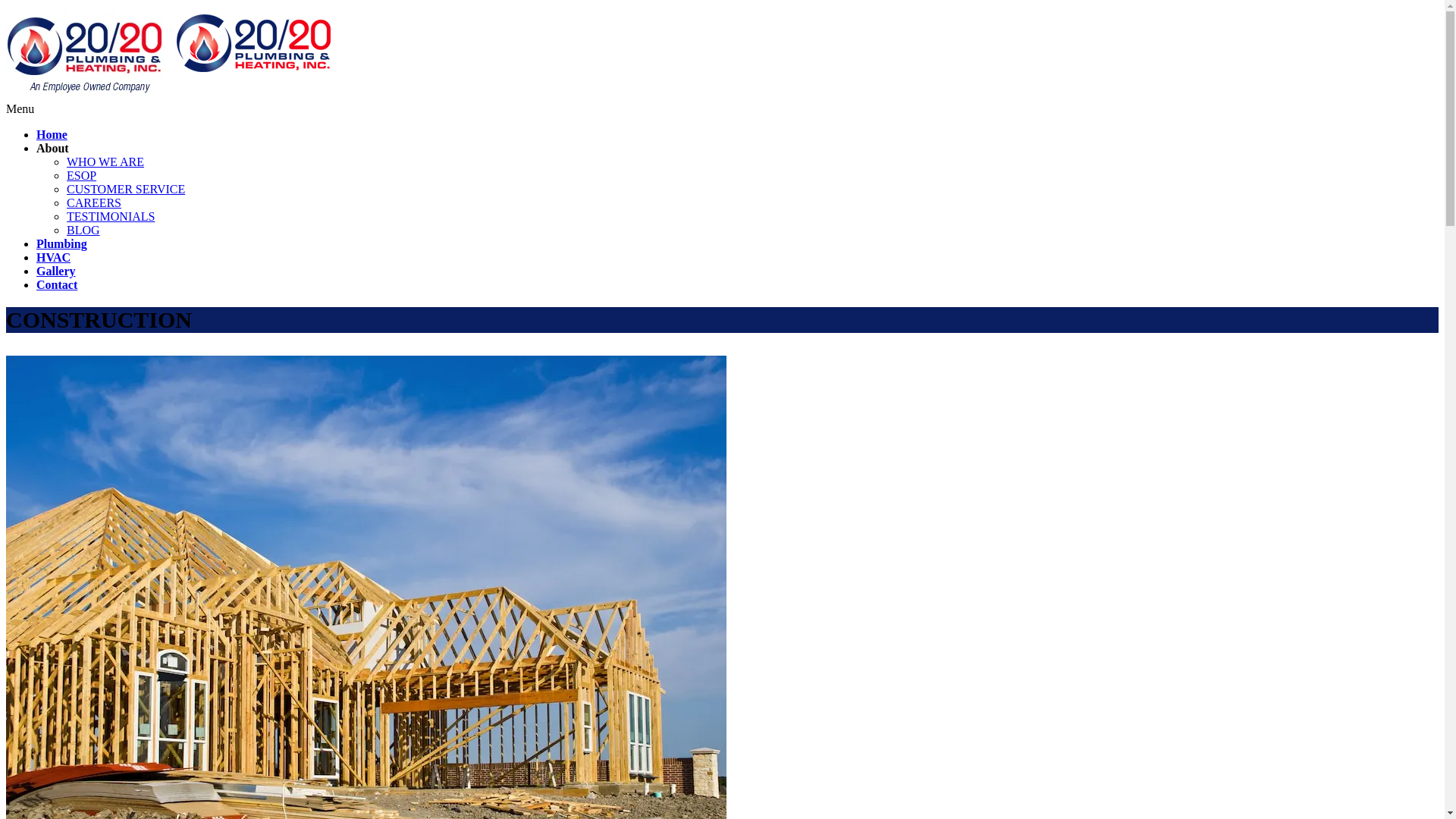  What do you see at coordinates (57, 284) in the screenshot?
I see `'Contact'` at bounding box center [57, 284].